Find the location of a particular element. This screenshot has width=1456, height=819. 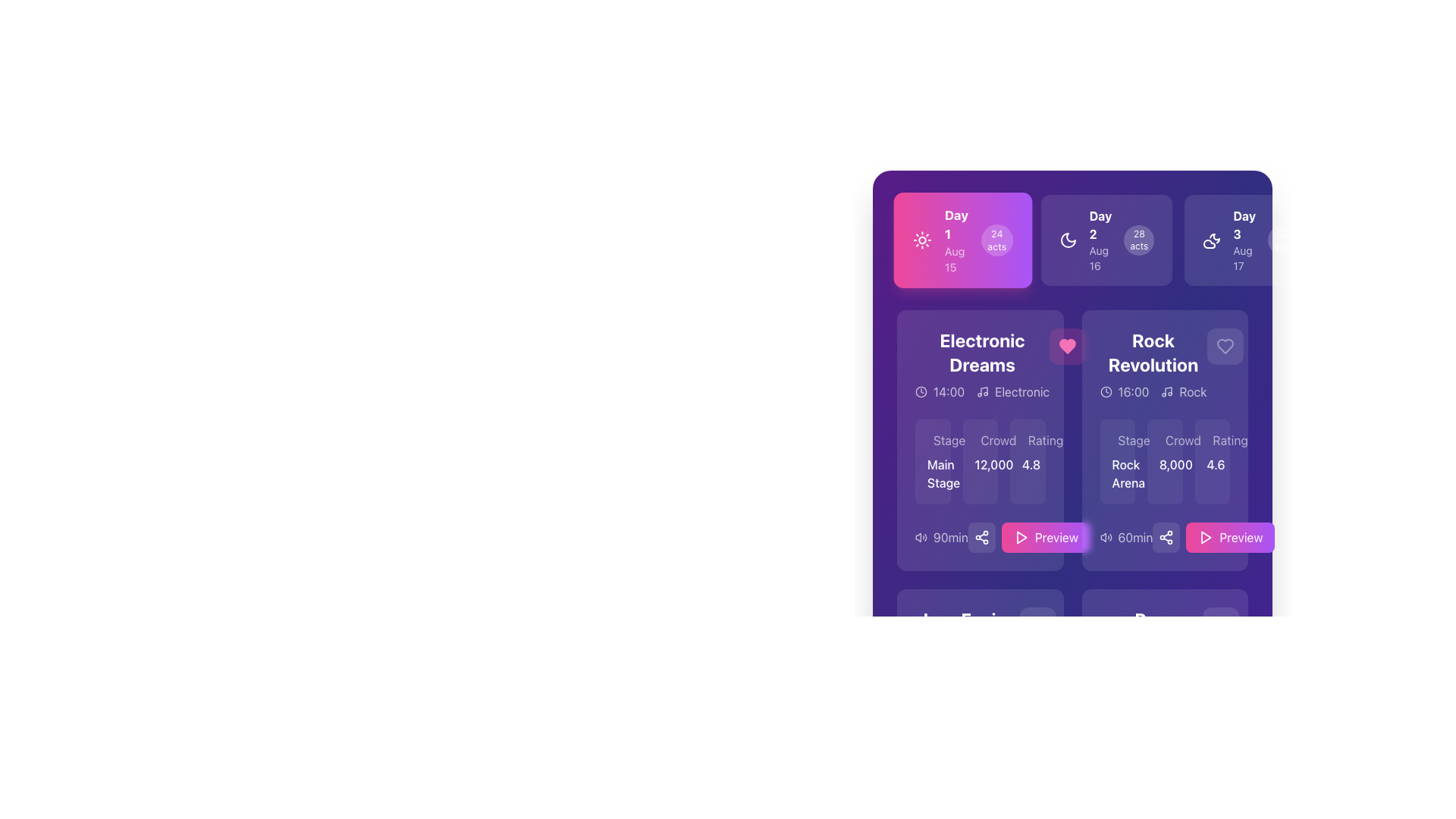

the musical or audio-related indicator icon located to the left of the text 'Electronic' in the 'Electronic Dreams' section is located at coordinates (983, 391).